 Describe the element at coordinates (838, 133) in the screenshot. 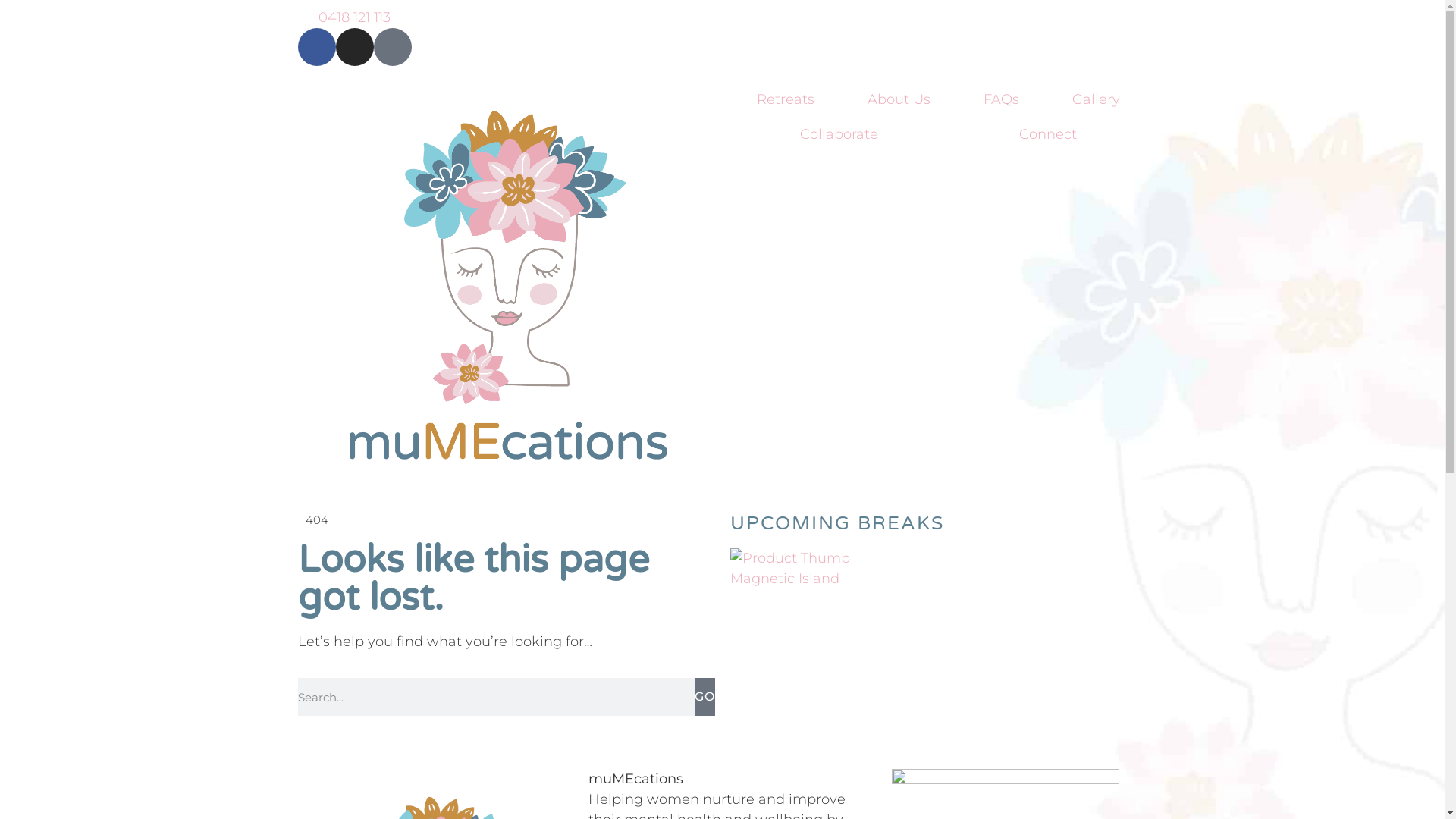

I see `'Collaborate'` at that location.